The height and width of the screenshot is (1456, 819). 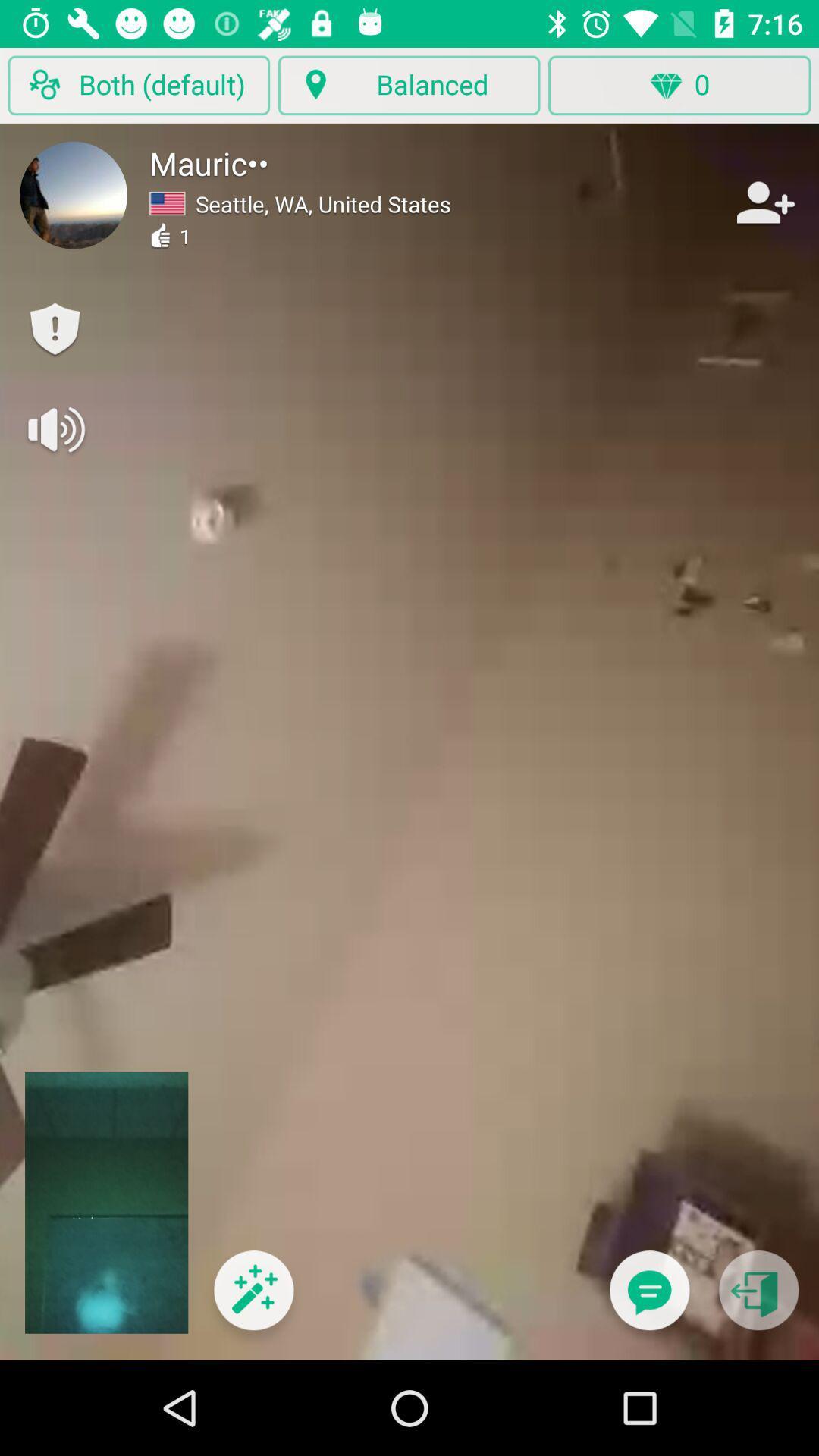 I want to click on the avatar icon, so click(x=74, y=194).